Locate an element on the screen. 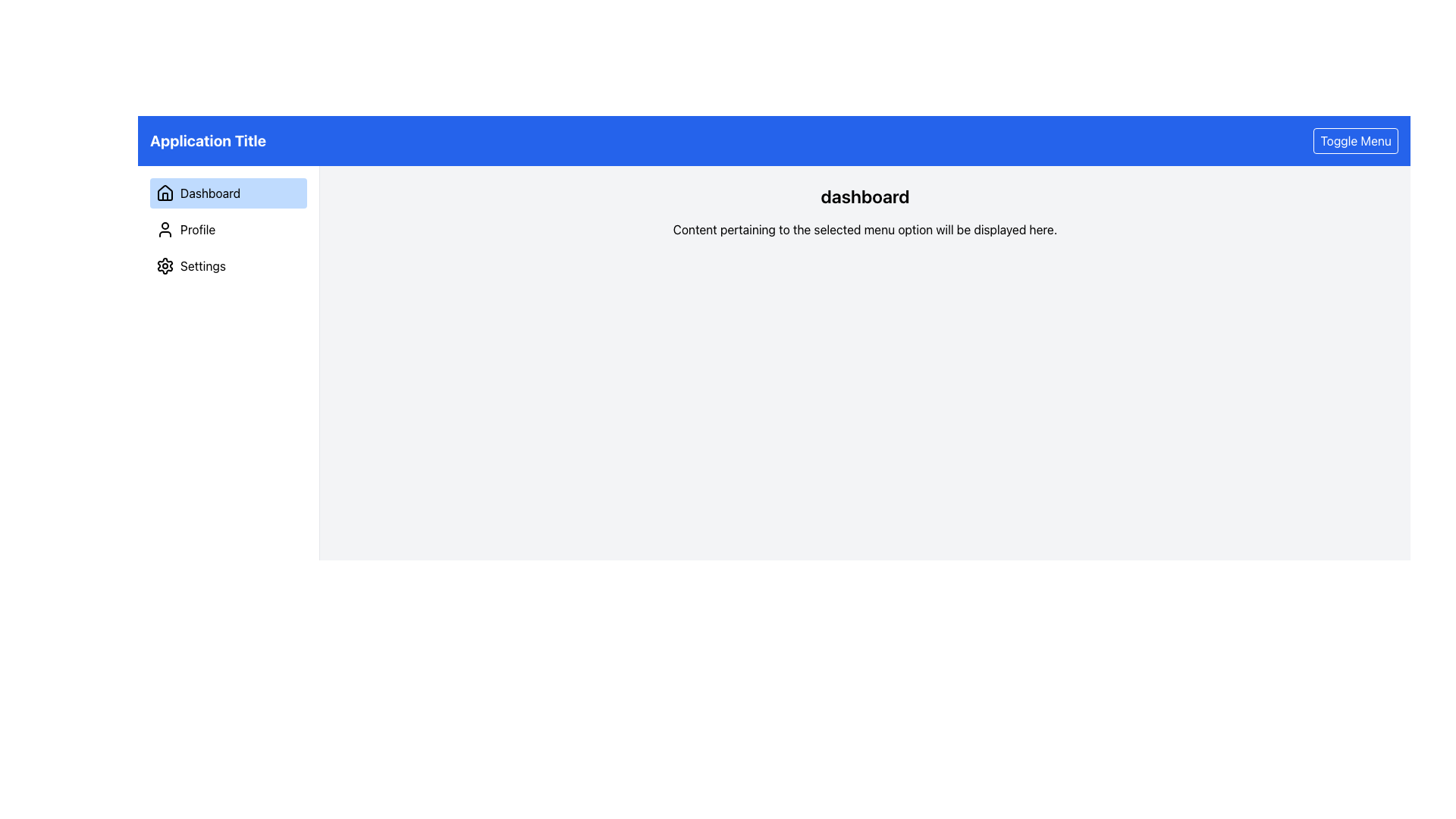 The image size is (1456, 819). the house icon located in the left-hand navigation panel, positioned above the 'Dashboard' text label is located at coordinates (165, 192).